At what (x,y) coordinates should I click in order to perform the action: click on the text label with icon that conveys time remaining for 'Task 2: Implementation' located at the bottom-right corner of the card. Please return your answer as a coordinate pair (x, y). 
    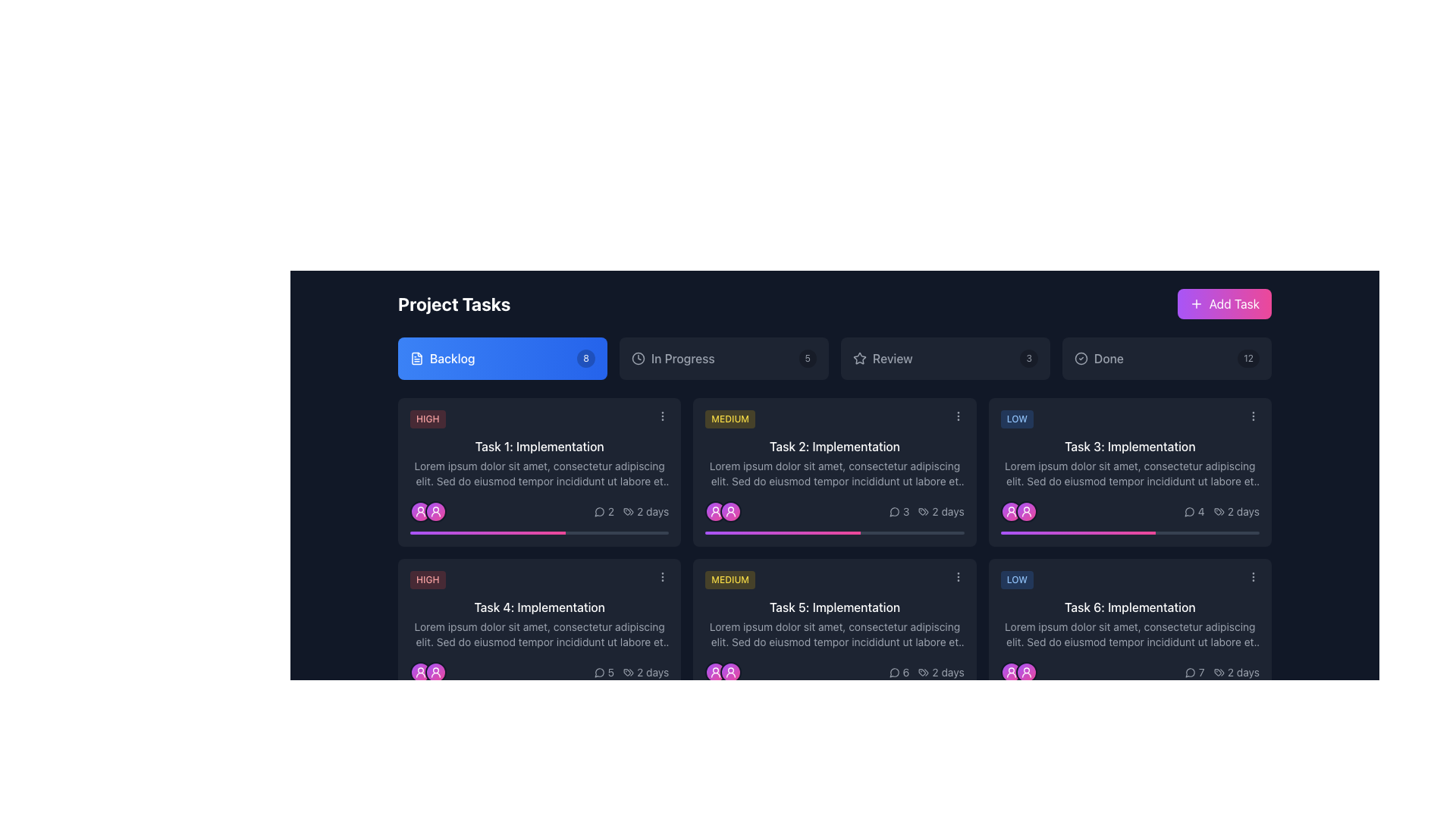
    Looking at the image, I should click on (632, 512).